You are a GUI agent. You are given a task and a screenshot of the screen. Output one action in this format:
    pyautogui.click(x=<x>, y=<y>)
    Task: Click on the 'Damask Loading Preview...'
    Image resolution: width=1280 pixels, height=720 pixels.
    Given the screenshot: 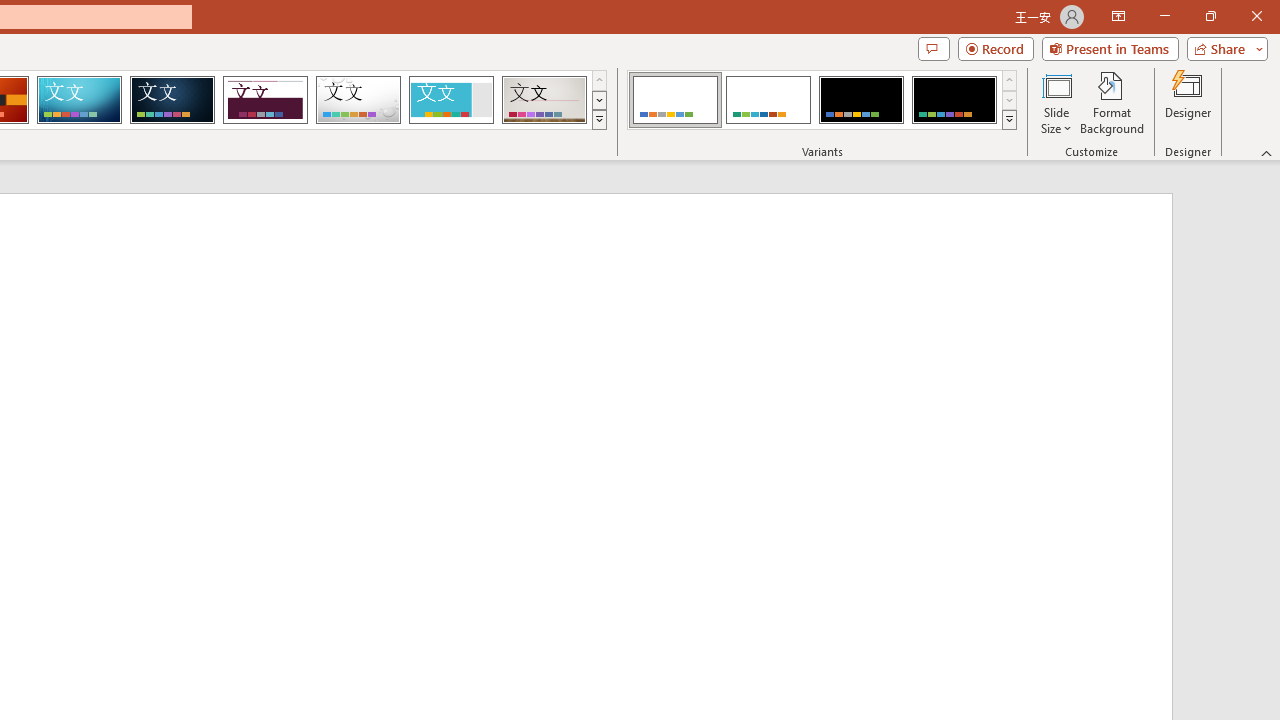 What is the action you would take?
    pyautogui.click(x=172, y=100)
    